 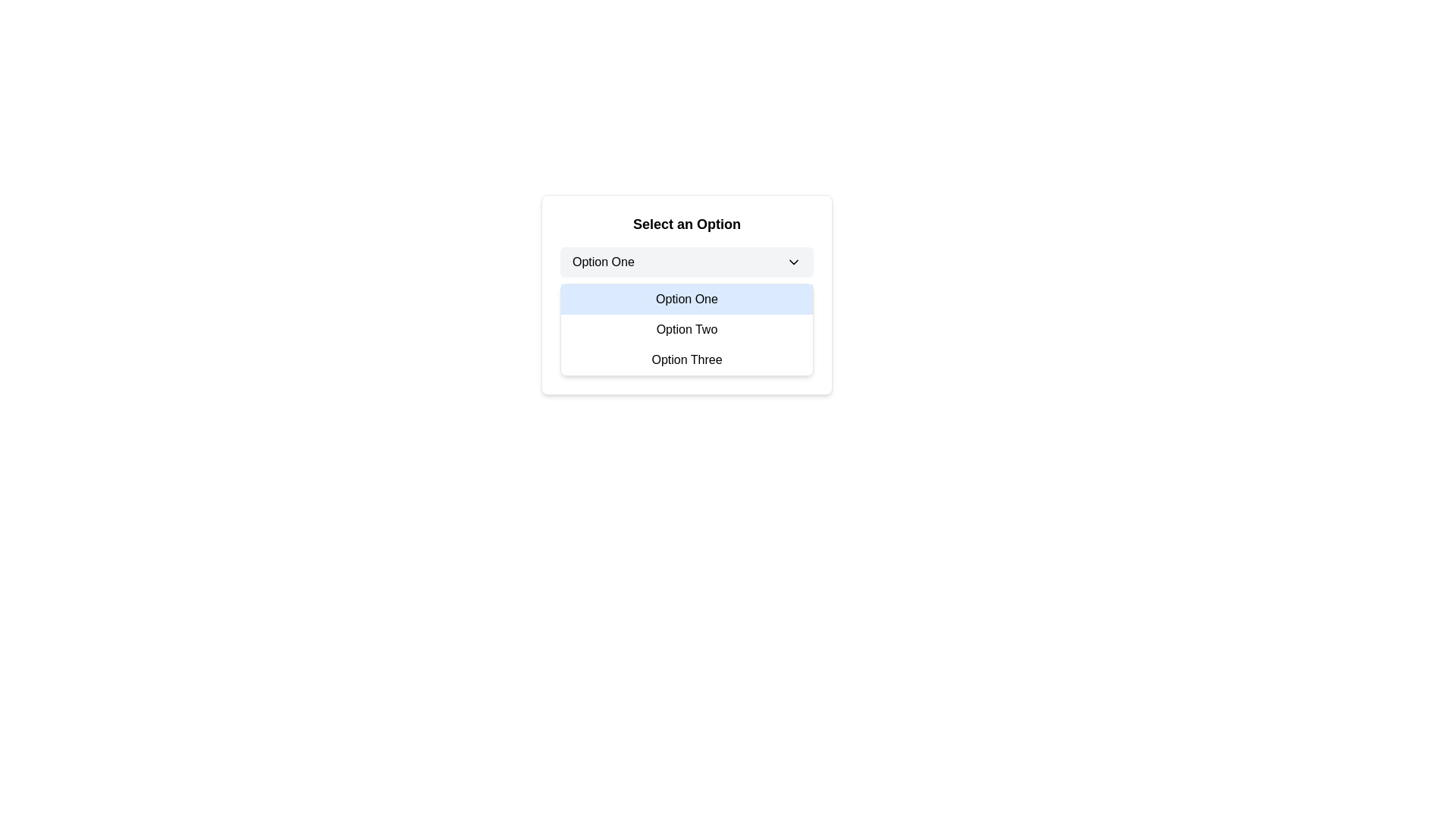 What do you see at coordinates (686, 295) in the screenshot?
I see `the first option labeled 'Option One' in the dropdown menu by clicking it` at bounding box center [686, 295].